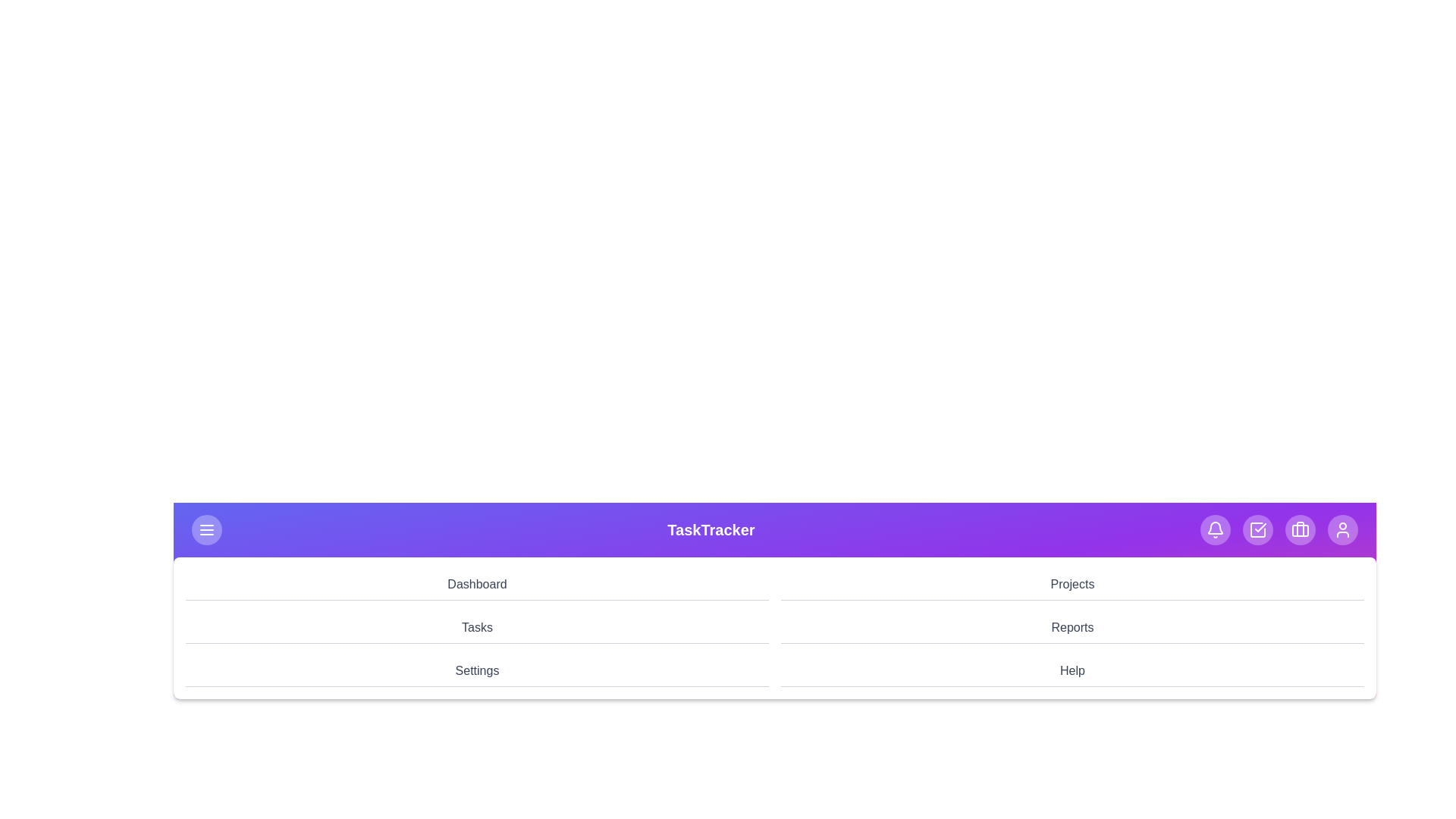 Image resolution: width=1456 pixels, height=819 pixels. What do you see at coordinates (476, 584) in the screenshot?
I see `the navigation menu item Dashboard` at bounding box center [476, 584].